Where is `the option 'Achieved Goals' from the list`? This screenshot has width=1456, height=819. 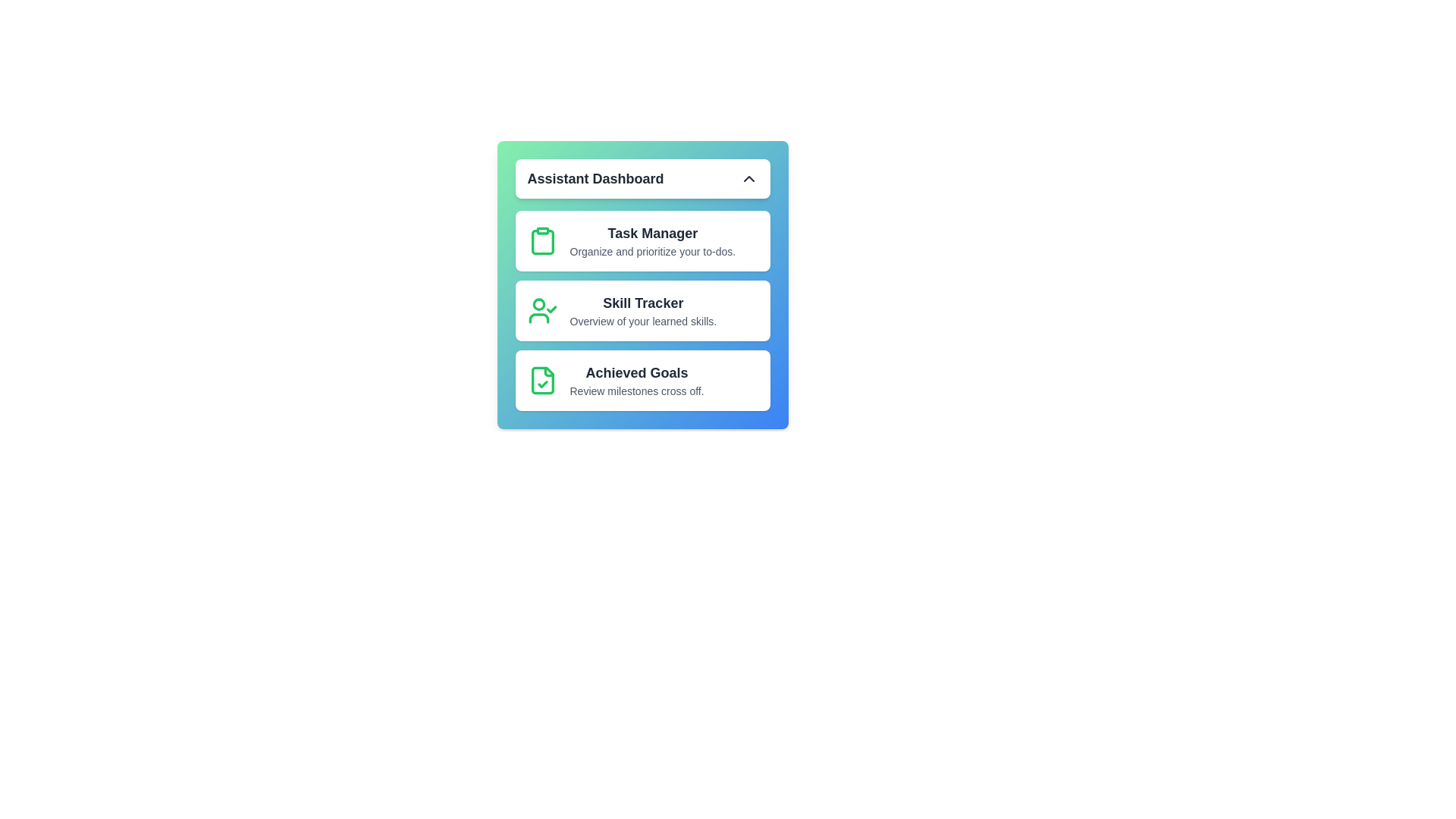 the option 'Achieved Goals' from the list is located at coordinates (642, 379).